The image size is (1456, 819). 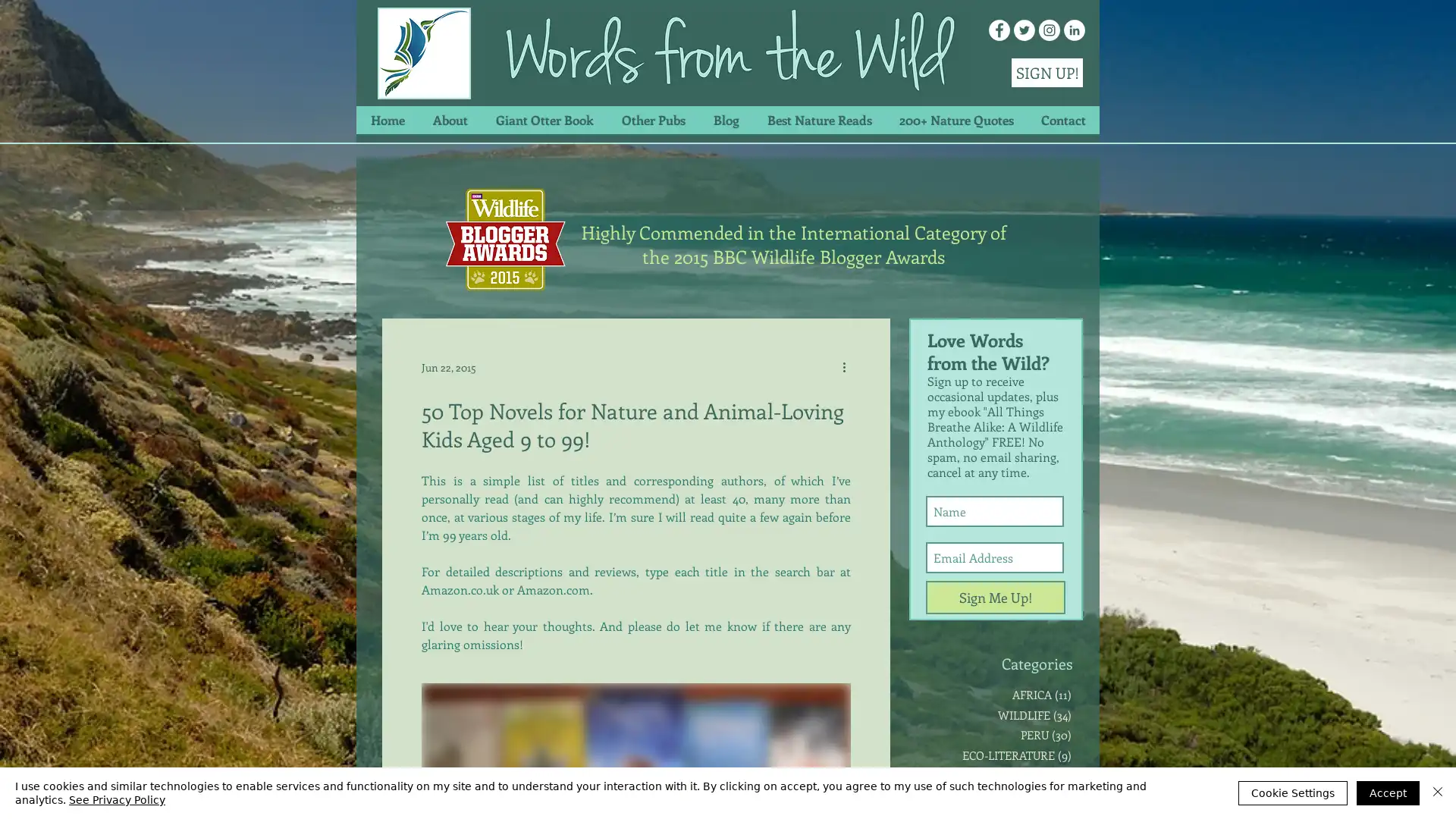 I want to click on More actions, so click(x=848, y=366).